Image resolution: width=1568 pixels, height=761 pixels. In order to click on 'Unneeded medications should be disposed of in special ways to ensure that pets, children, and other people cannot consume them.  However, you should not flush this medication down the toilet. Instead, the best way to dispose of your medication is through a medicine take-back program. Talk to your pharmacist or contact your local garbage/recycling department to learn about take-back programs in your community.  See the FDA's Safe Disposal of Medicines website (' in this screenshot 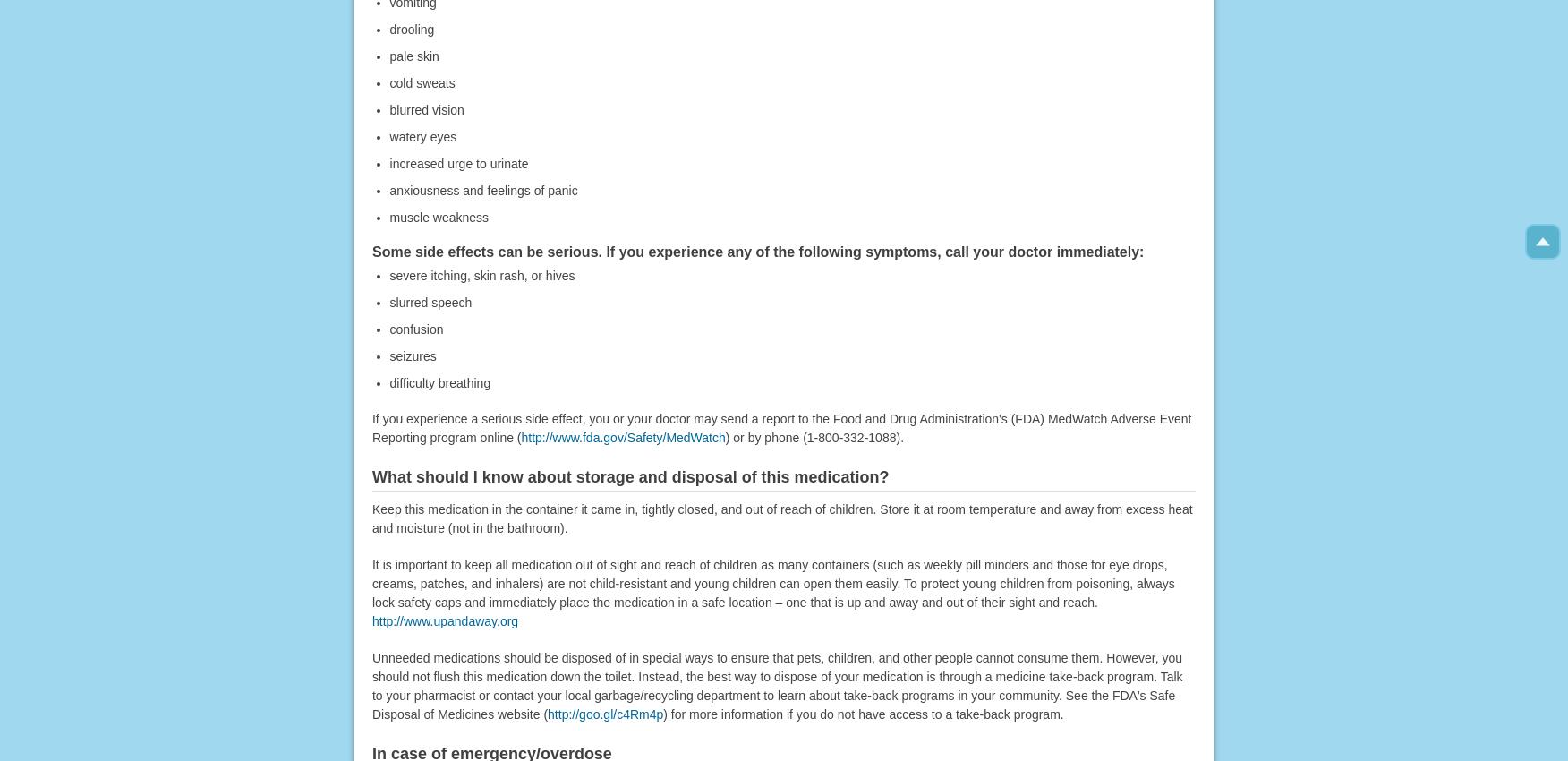, I will do `click(775, 685)`.